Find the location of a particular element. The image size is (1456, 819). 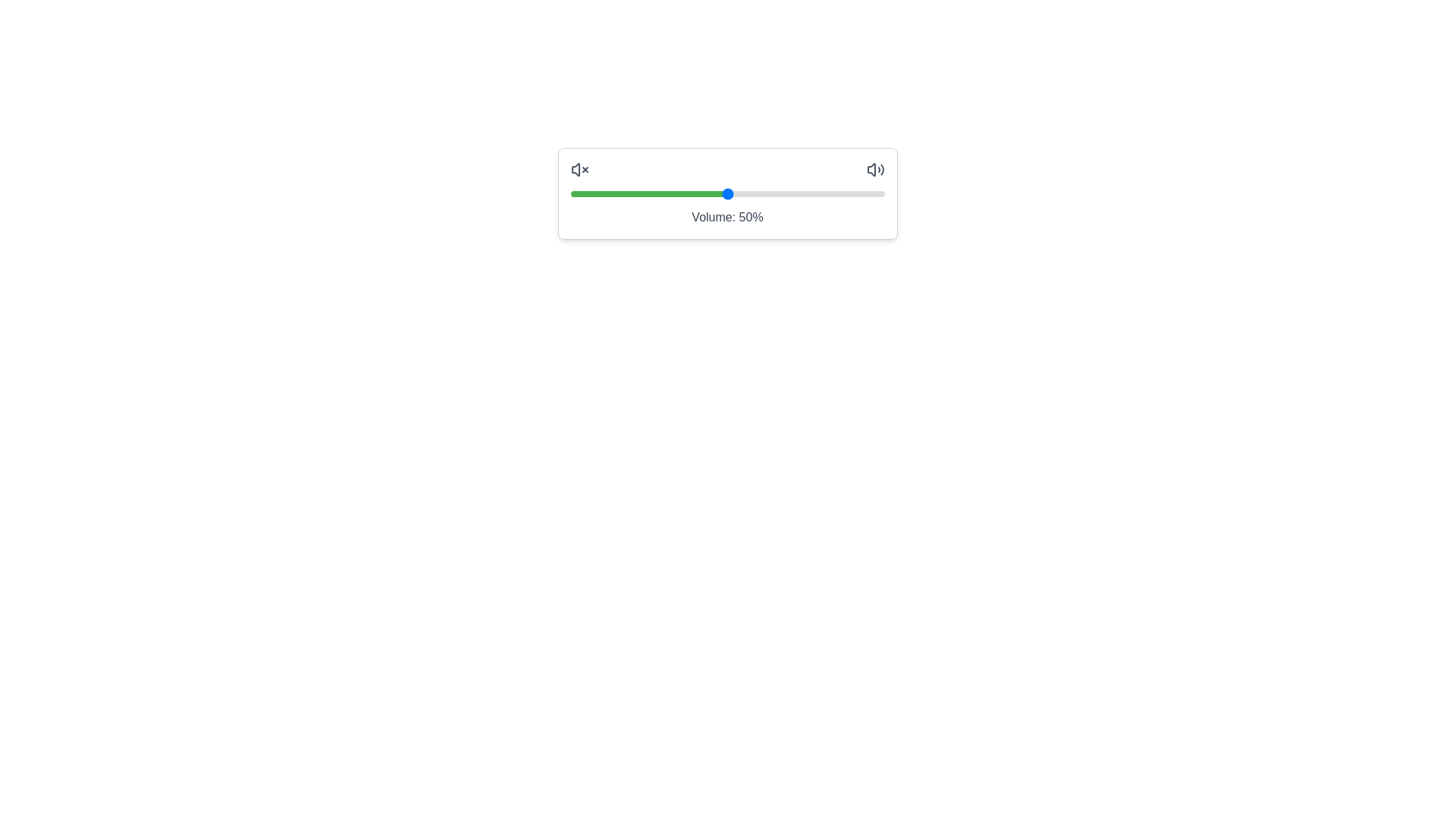

the volume level is located at coordinates (755, 193).